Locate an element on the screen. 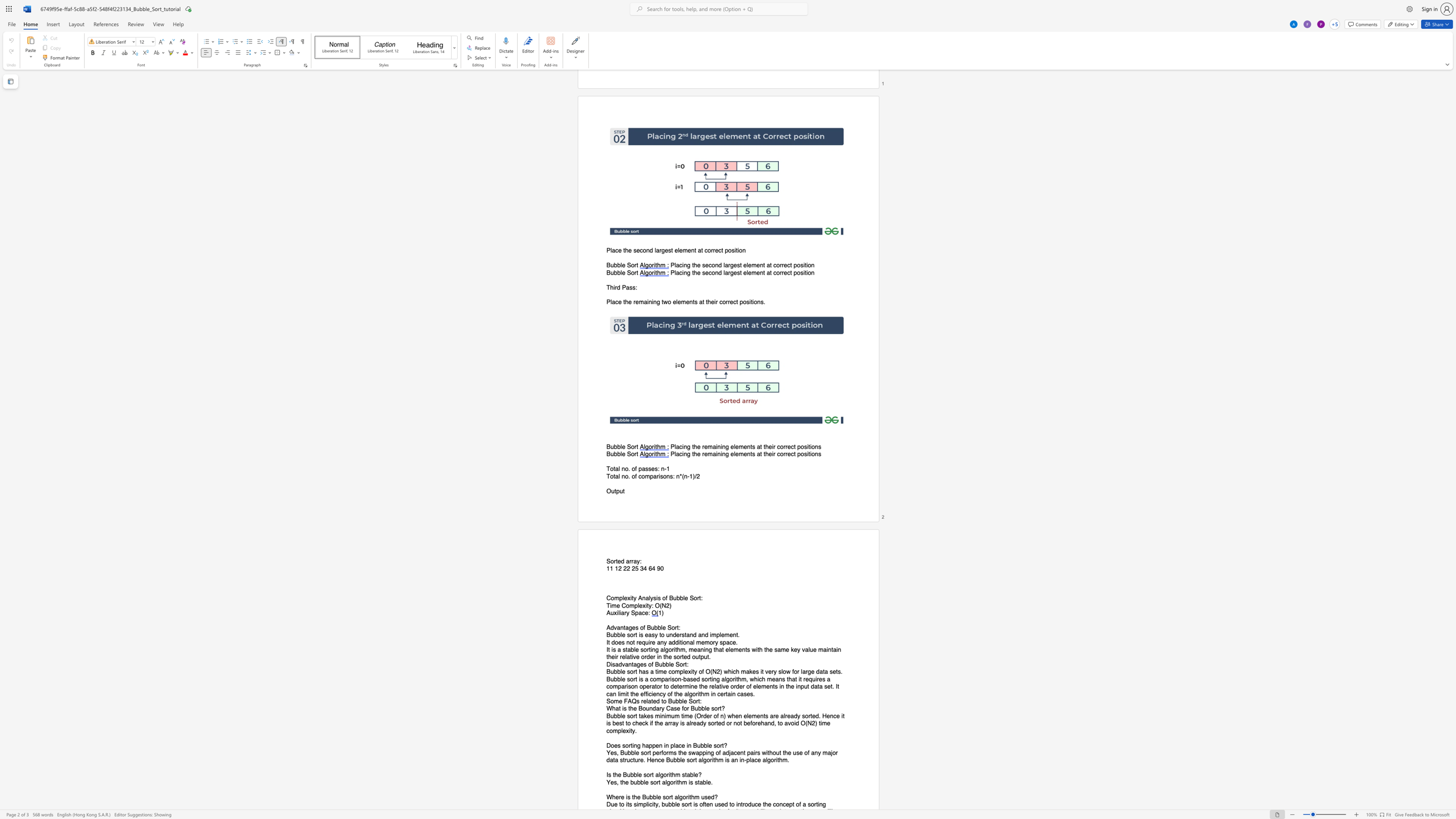 This screenshot has height=819, width=1456. the 9th character "e" in the text is located at coordinates (815, 649).